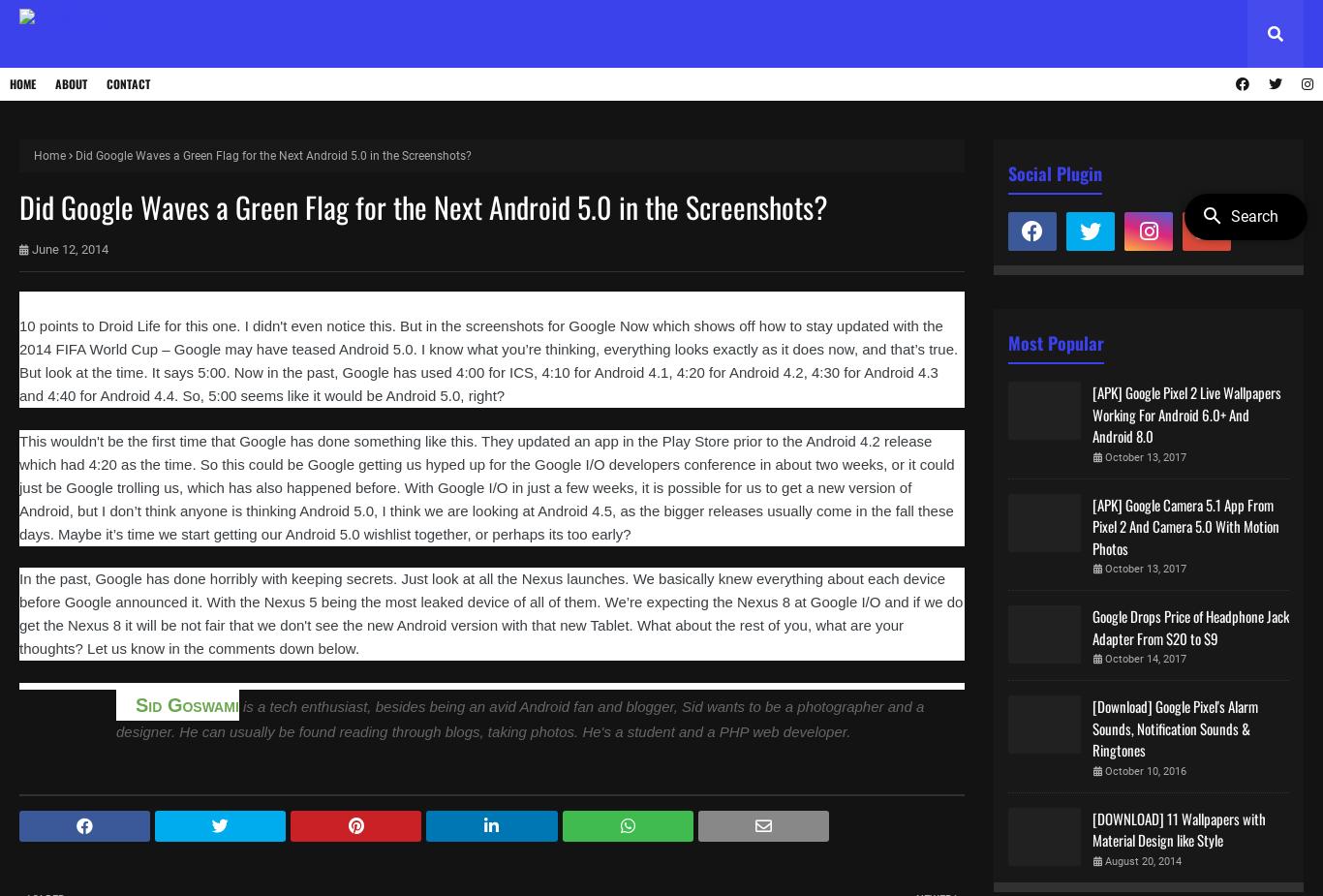 The height and width of the screenshot is (896, 1323). What do you see at coordinates (486, 486) in the screenshot?
I see `'This wouldn't be the first time that Google has done something like this. They updated an app in the Play Store prior to the Android 4.2 release which had 4:20 as the time. So this could be Google getting us hyped up for the Google I/O developers conference in about two weeks, or it could just be Google trolling us, which has also happened before. With Google I/O in just a few weeks, it is possible for us to get a new version of Android, but I don’t think anyone is thinking Android 5.0, I think we are looking at Android 4.5, as the bigger releases usually come in the fall these days. Maybe it’s time we start getting our Android 5.0 wishlist together, or perhaps its too early?'` at bounding box center [486, 486].